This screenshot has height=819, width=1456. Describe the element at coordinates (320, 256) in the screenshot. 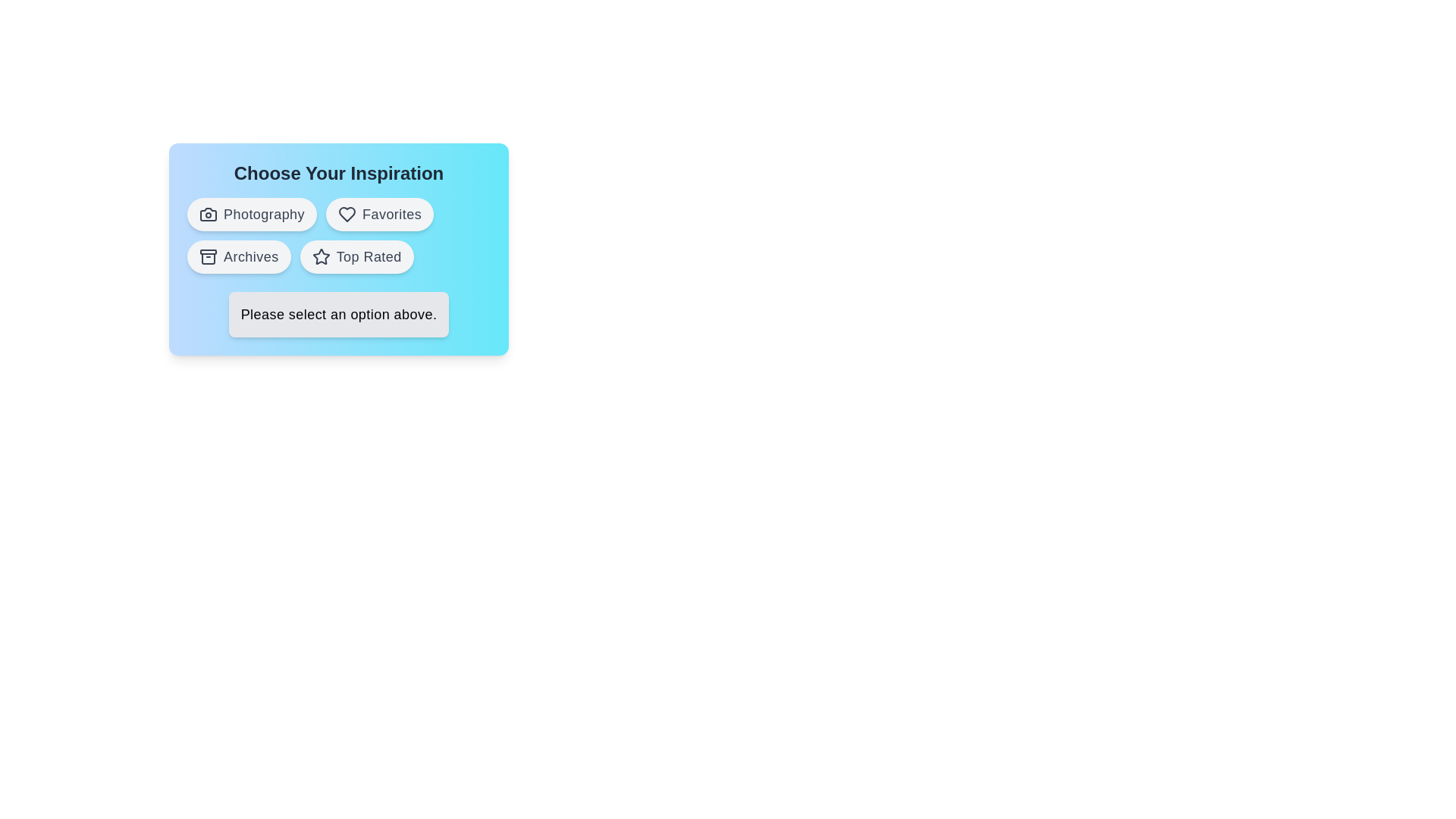

I see `the star-shaped icon located to the left of the 'Top Rated' button, which is styled with a modern outlined design and positioned in the right section of the interface` at that location.